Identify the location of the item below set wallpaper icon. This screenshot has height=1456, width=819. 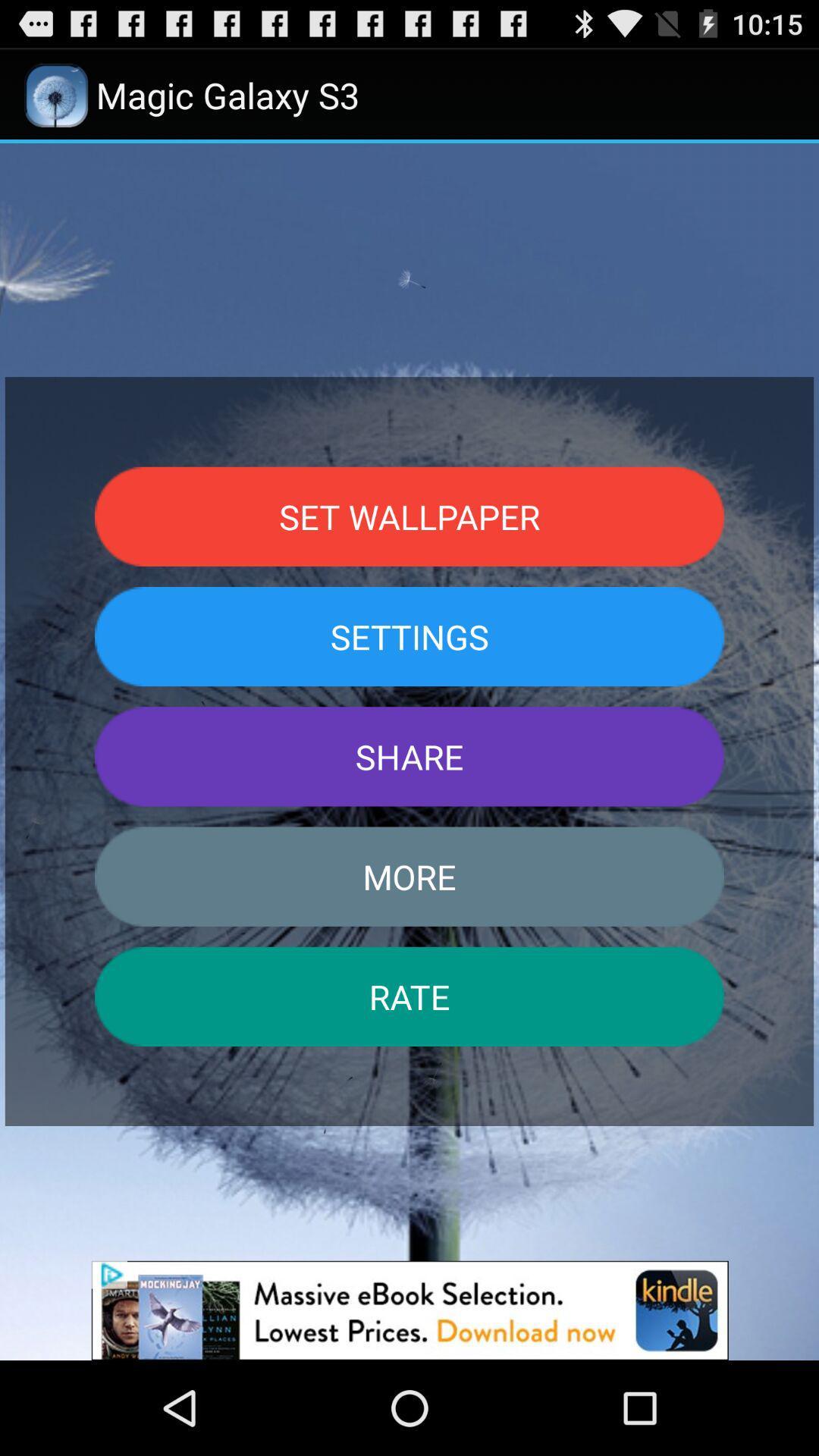
(409, 636).